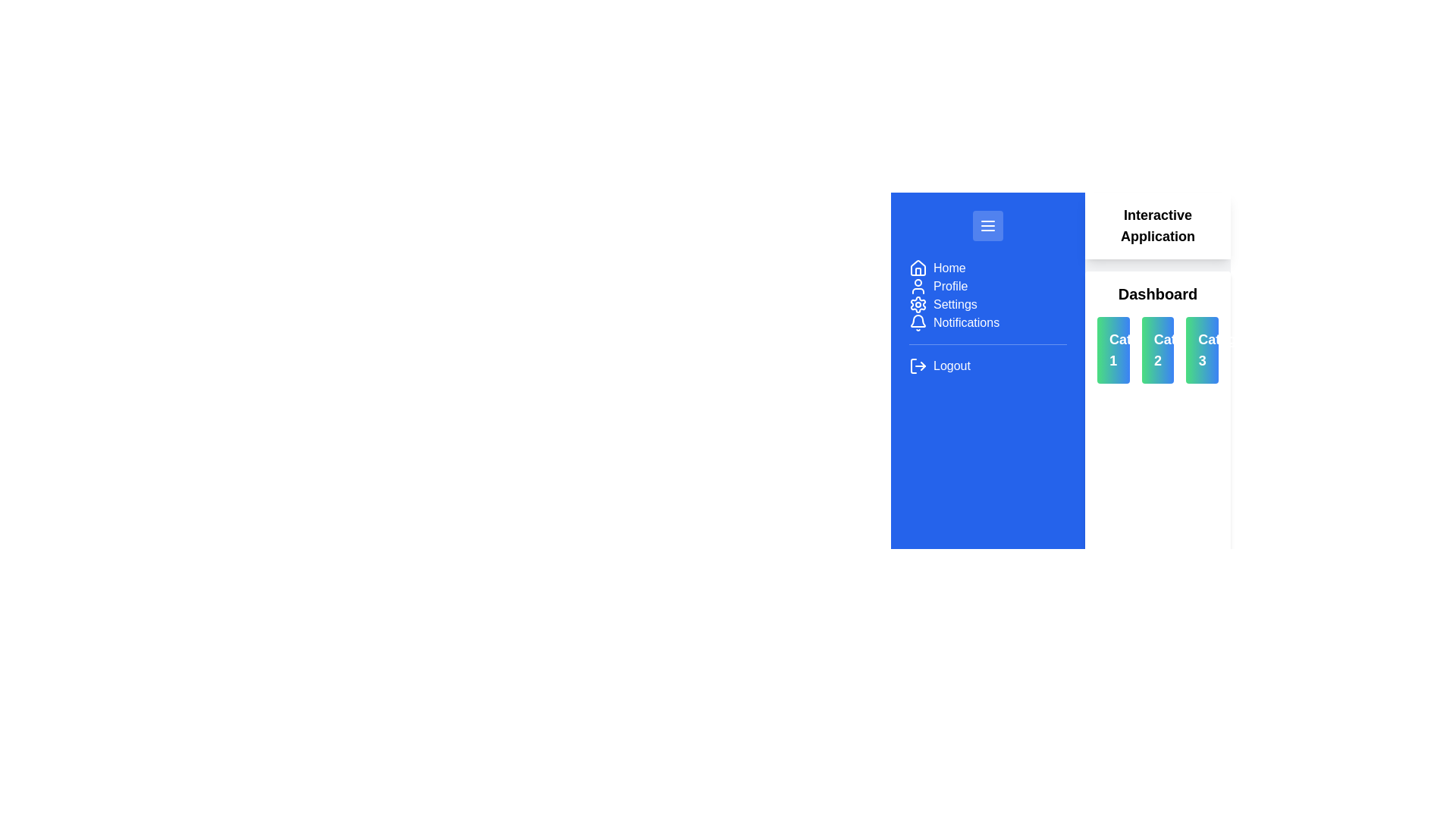  Describe the element at coordinates (987, 315) in the screenshot. I see `the 'Notifications' menu item, which is located fourth from the top in the vertical menu list, directly below 'Settings' and above 'Logout'` at that location.